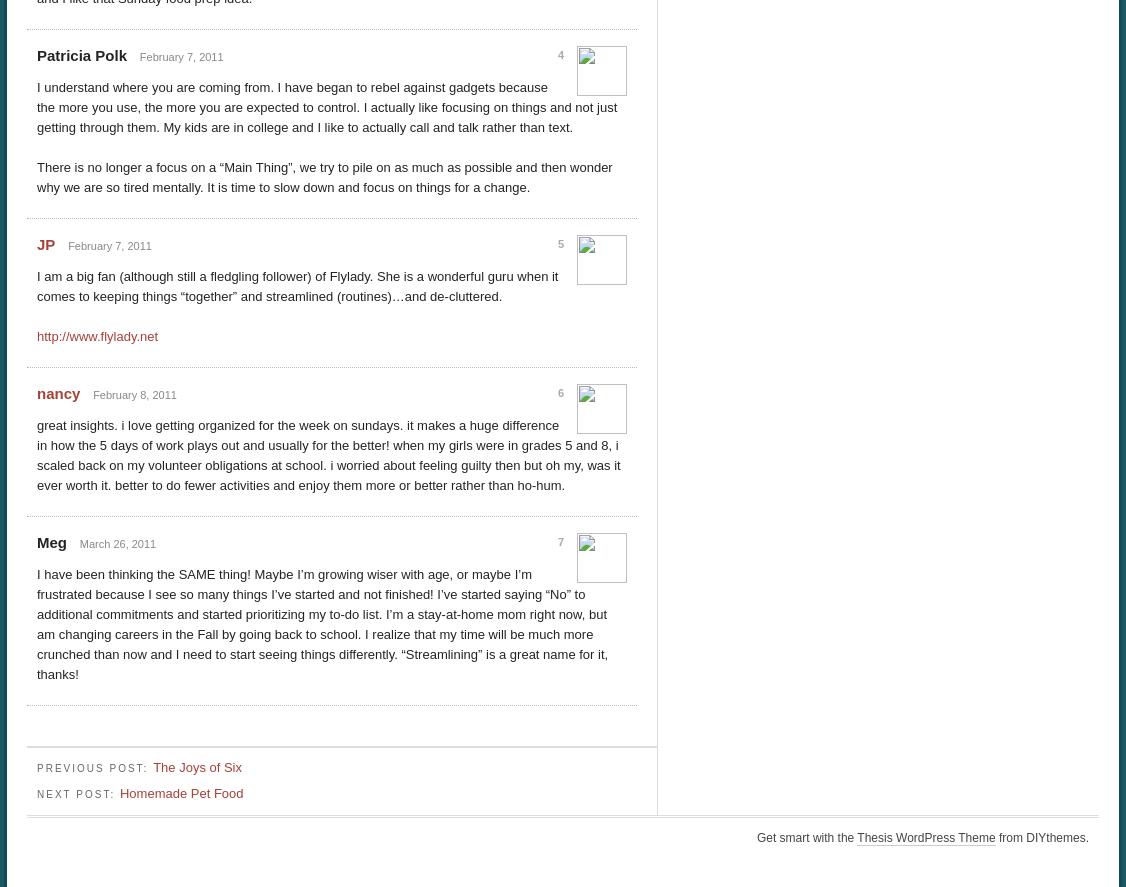 This screenshot has height=887, width=1126. I want to click on 'Patricia Polk', so click(80, 54).